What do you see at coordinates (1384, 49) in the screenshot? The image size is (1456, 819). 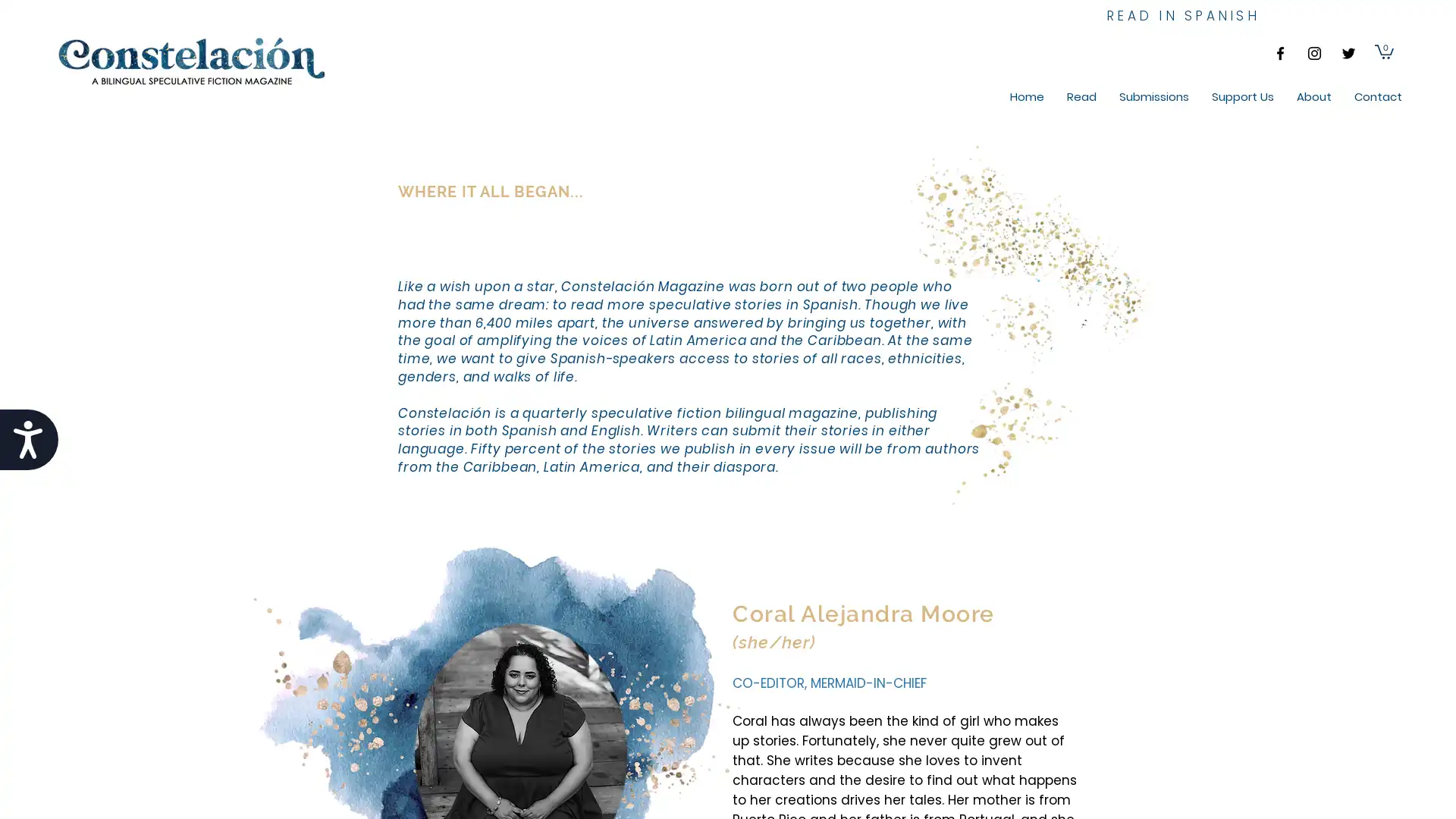 I see `Cart with 0 items` at bounding box center [1384, 49].